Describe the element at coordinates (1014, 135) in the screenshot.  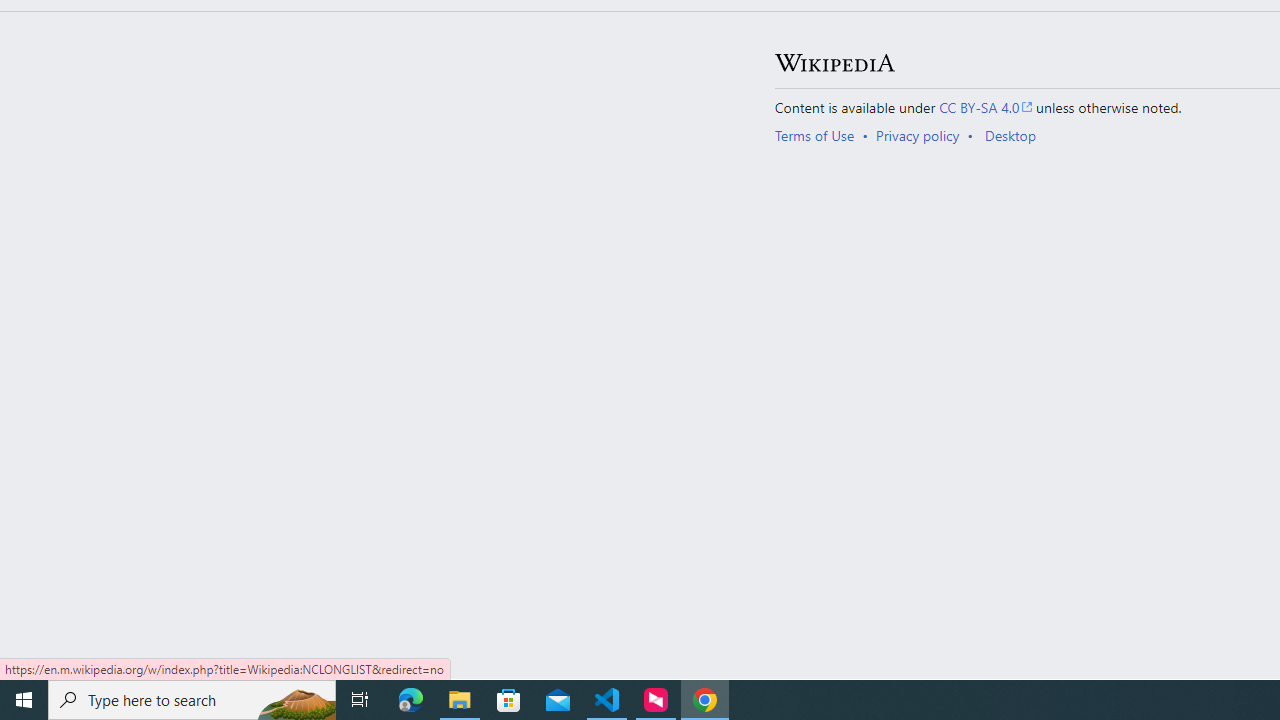
I see `'AutomationID: footer-places-desktop-toggle'` at that location.